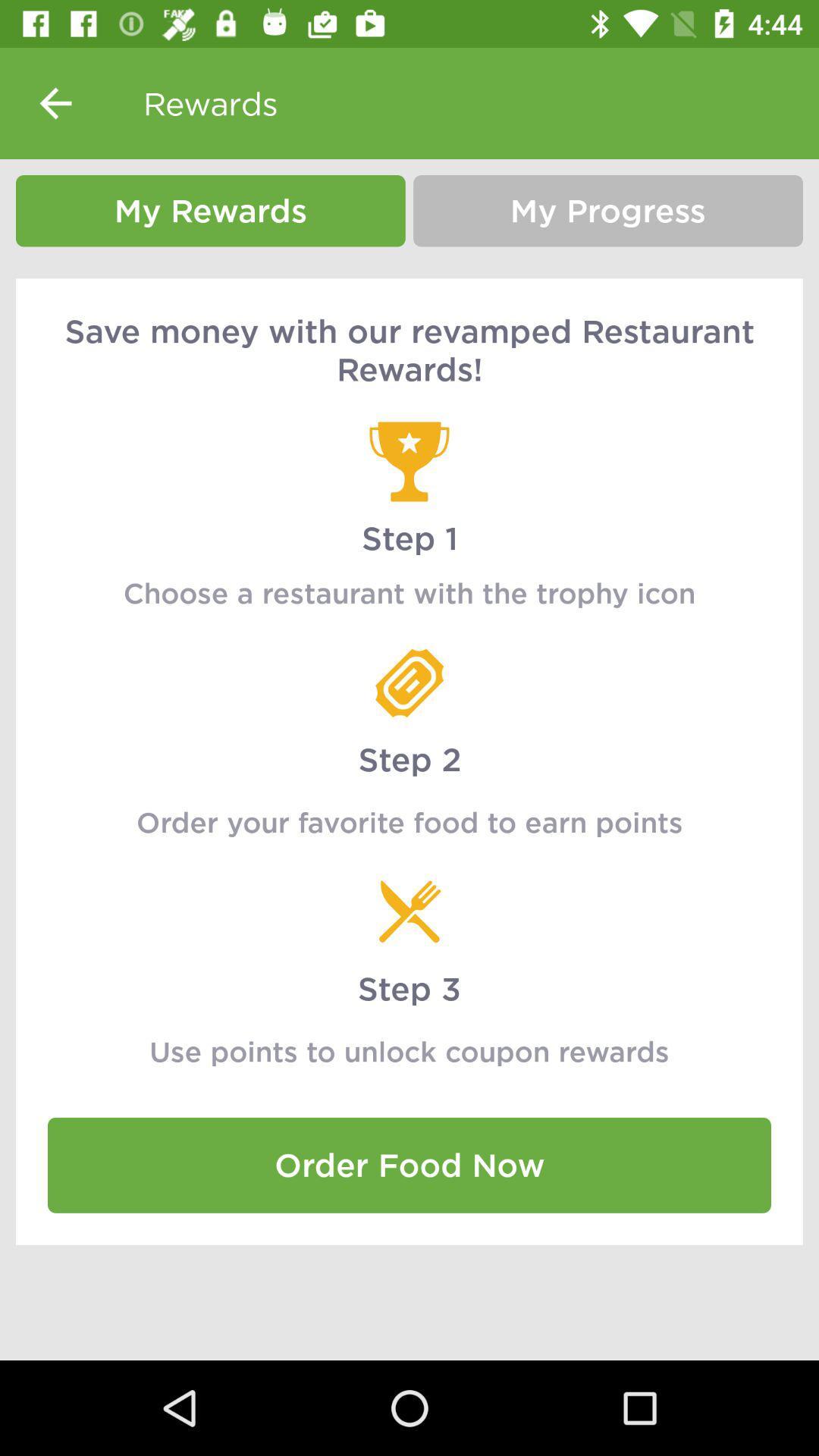 This screenshot has height=1456, width=819. Describe the element at coordinates (55, 102) in the screenshot. I see `the item next to the rewards item` at that location.